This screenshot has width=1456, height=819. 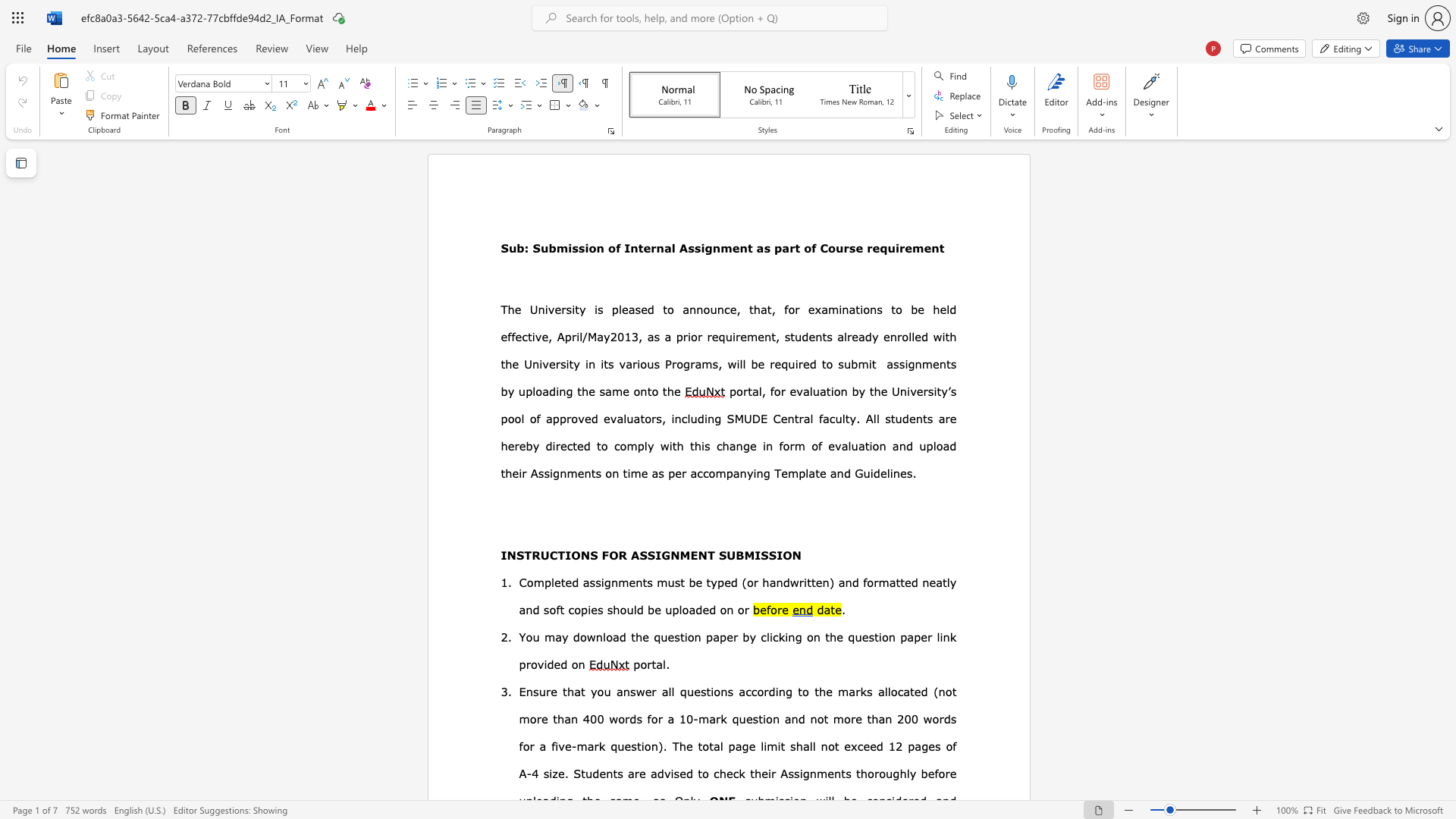 I want to click on the subset text "ign" within the text "submit  assignments", so click(x=905, y=363).